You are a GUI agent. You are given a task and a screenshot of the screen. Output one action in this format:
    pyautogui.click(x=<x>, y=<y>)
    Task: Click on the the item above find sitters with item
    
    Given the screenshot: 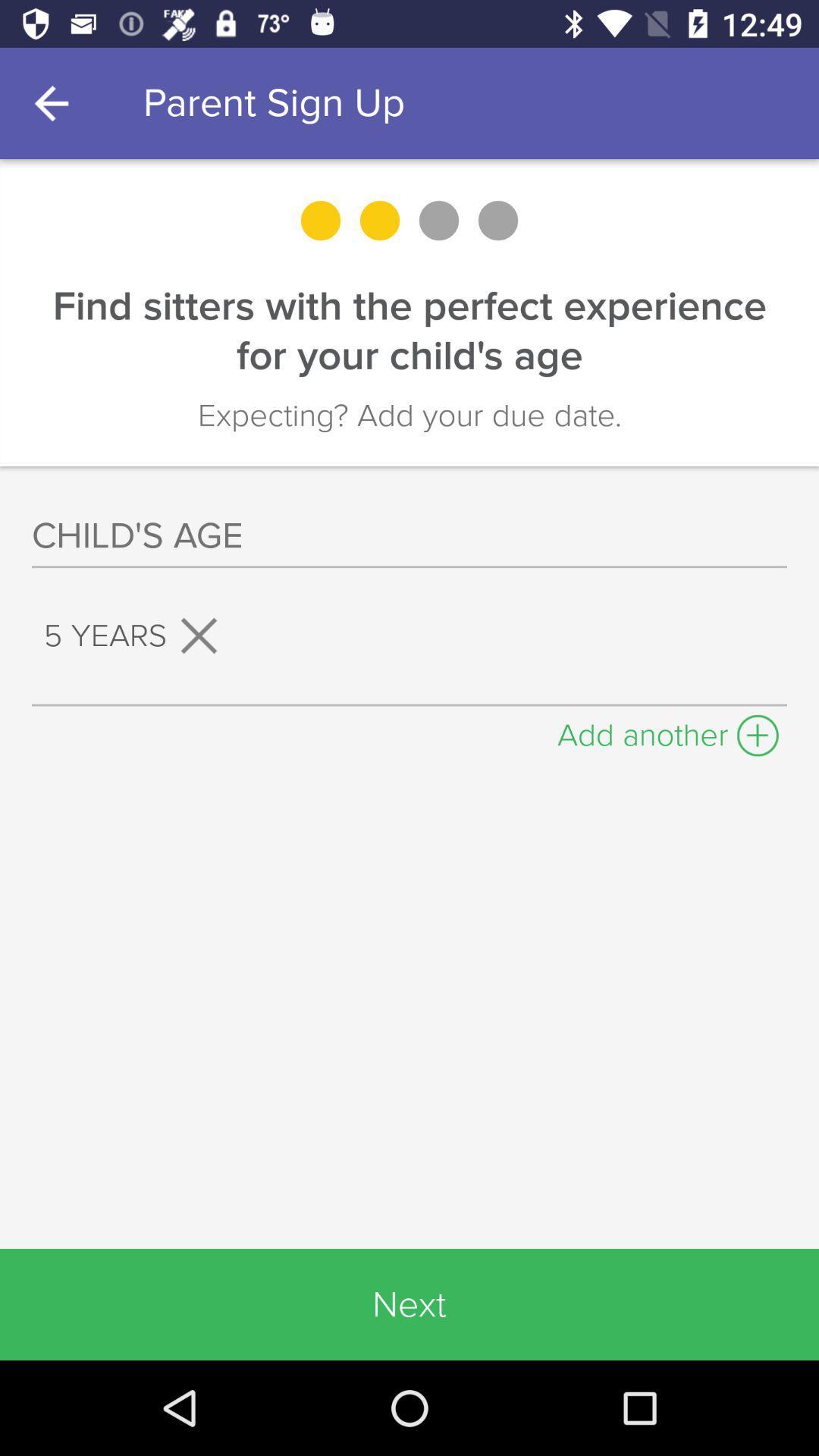 What is the action you would take?
    pyautogui.click(x=55, y=102)
    